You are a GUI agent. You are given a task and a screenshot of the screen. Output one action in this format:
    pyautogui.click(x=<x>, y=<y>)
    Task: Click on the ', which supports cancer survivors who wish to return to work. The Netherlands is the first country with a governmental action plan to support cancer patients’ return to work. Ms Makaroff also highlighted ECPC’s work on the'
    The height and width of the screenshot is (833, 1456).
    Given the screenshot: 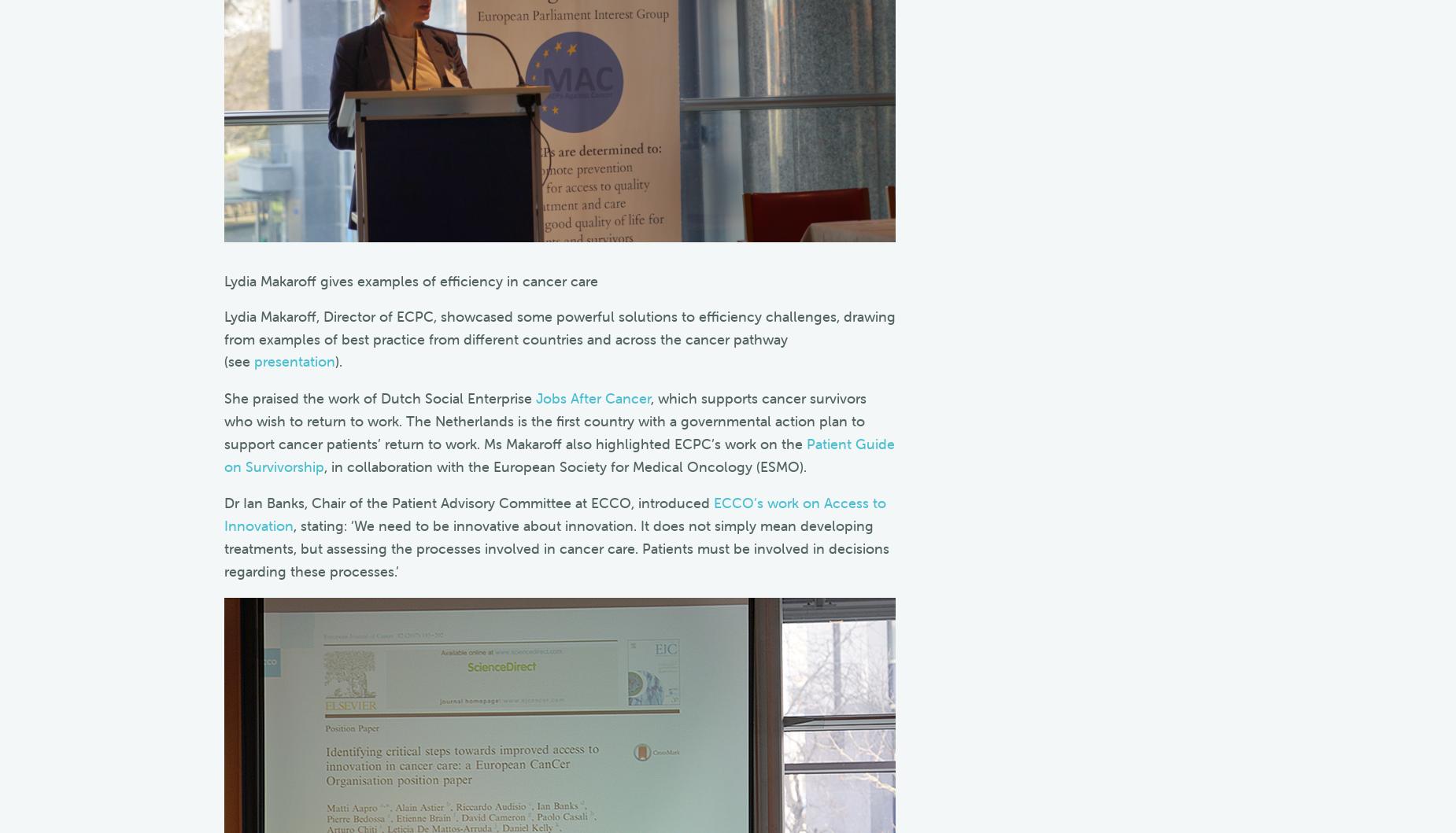 What is the action you would take?
    pyautogui.click(x=545, y=420)
    